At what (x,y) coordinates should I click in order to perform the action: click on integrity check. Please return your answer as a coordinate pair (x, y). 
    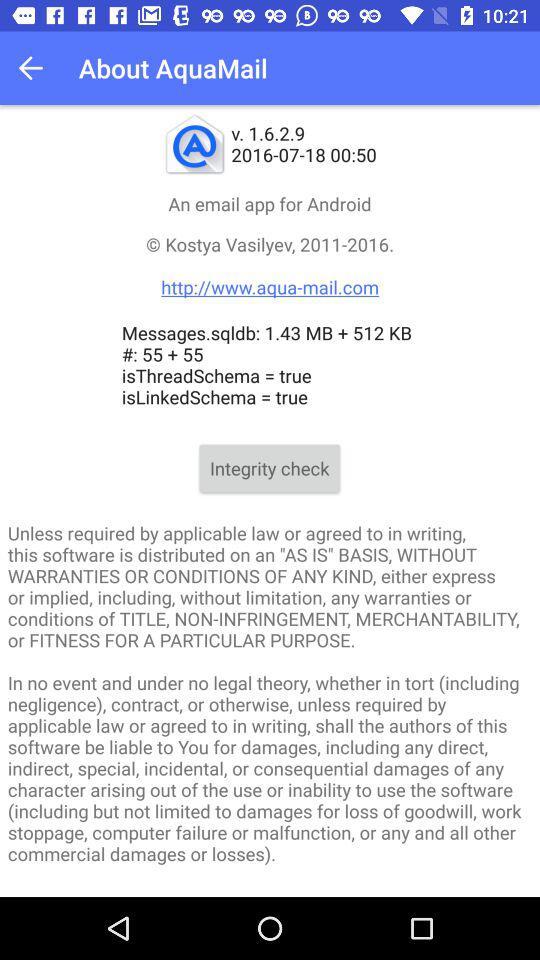
    Looking at the image, I should click on (269, 468).